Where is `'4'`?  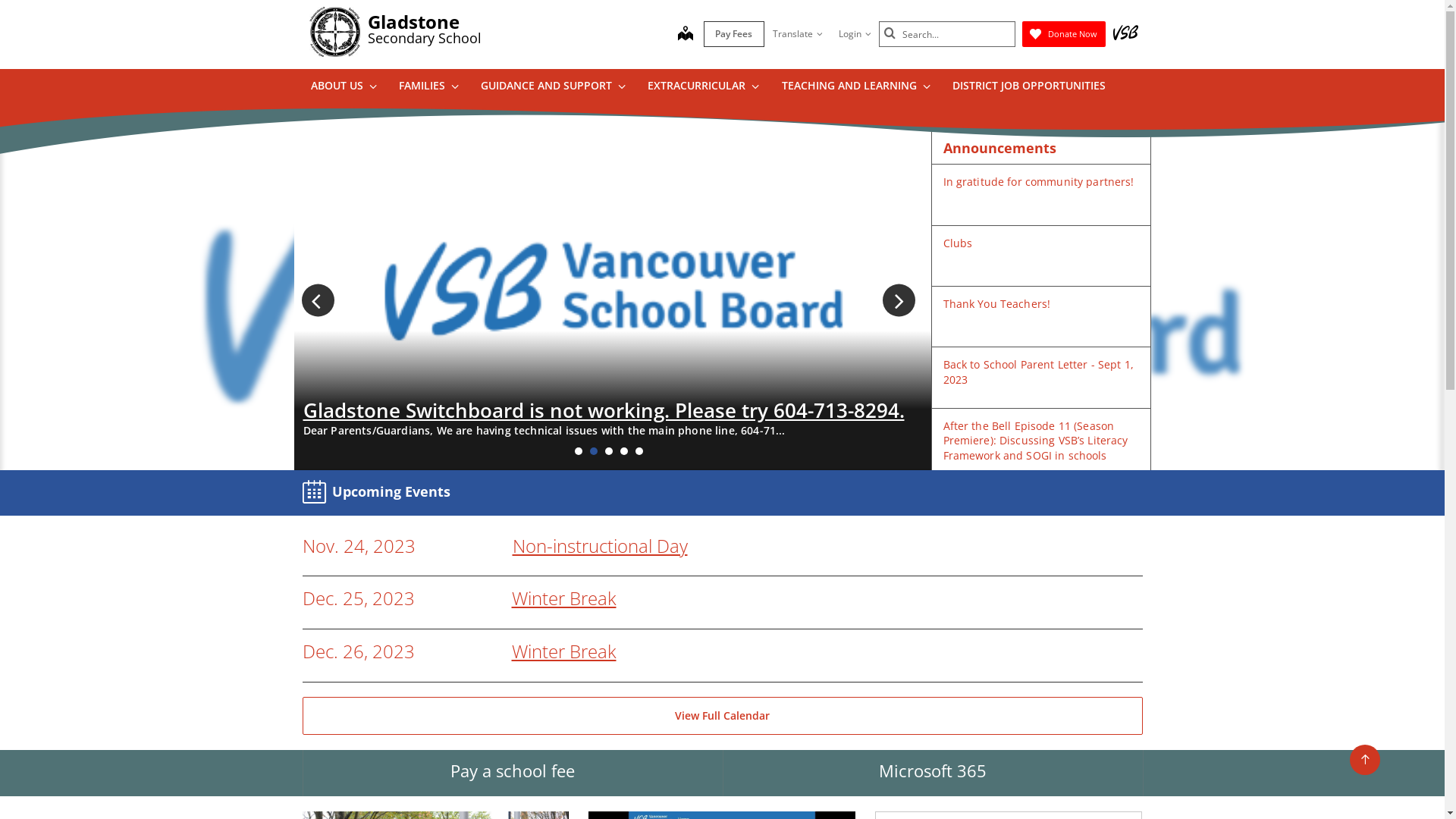 '4' is located at coordinates (623, 450).